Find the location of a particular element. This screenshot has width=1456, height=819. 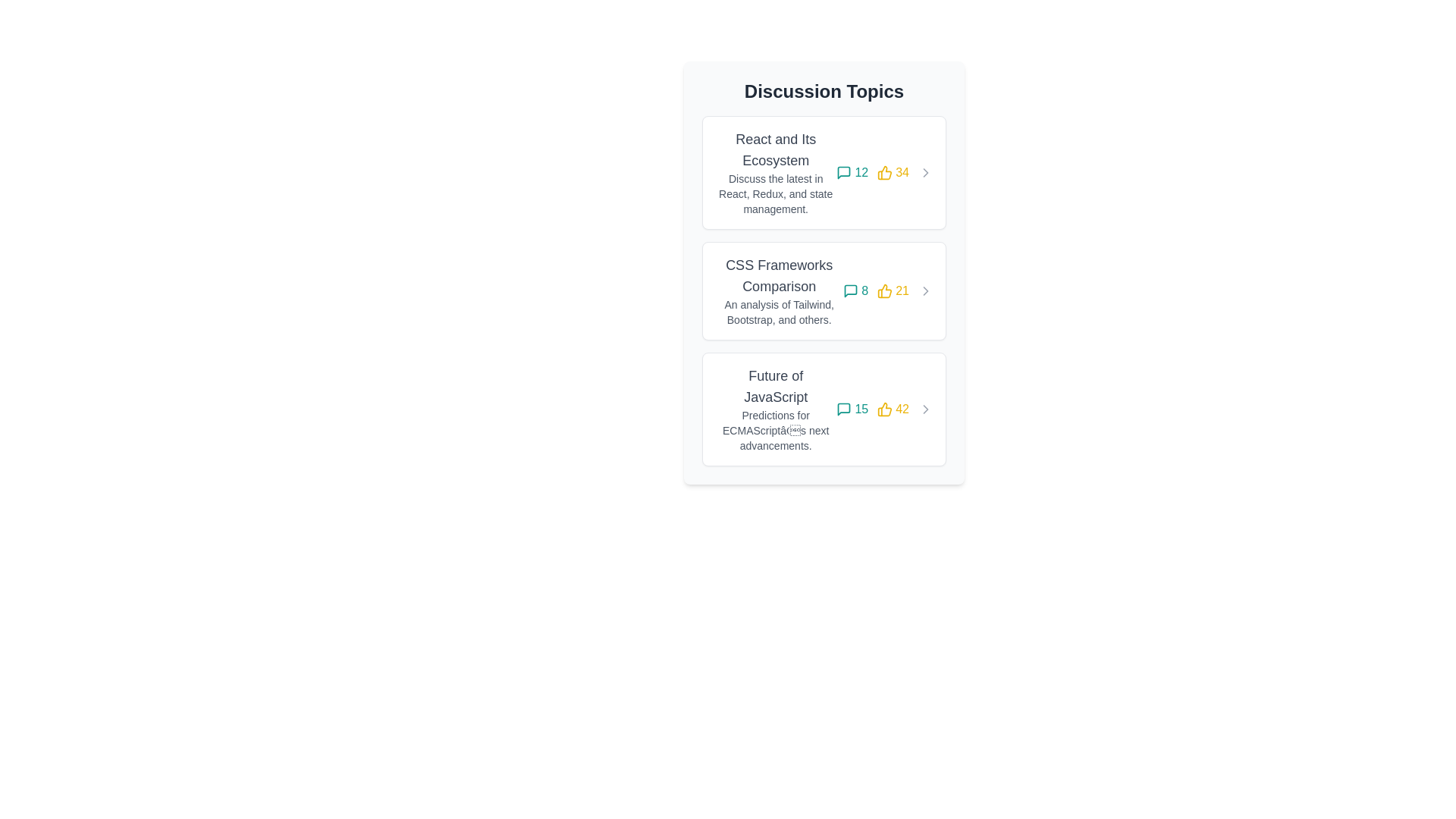

the combined icon and text element displaying the likes count to associate the thumbs-up icon with the count is located at coordinates (893, 291).